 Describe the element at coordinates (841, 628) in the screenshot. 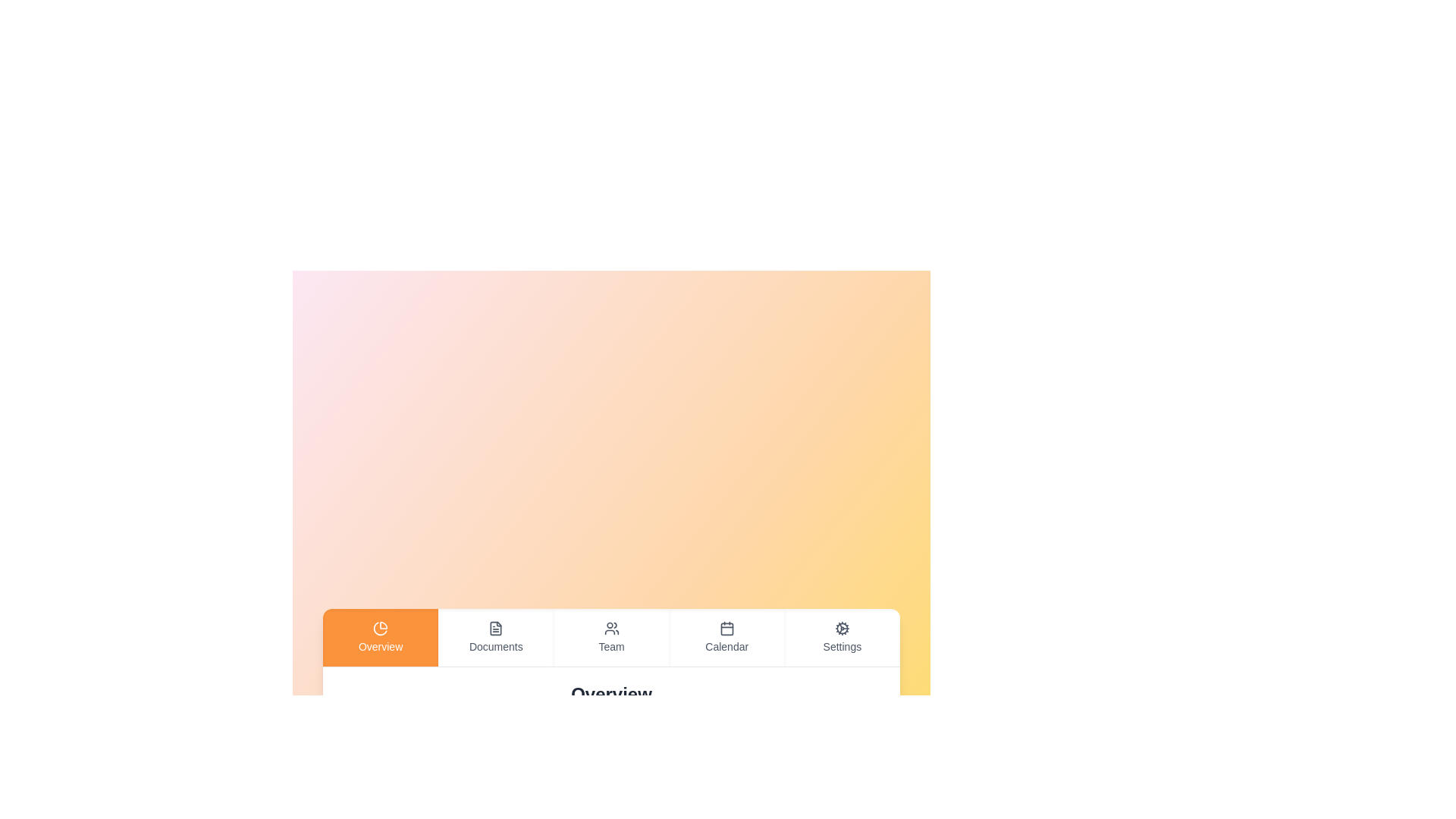

I see `the Graphical SVG component located at the center of the gear icon in the top-right corner of the bottom navigation bar labeled as 'Settings'` at that location.